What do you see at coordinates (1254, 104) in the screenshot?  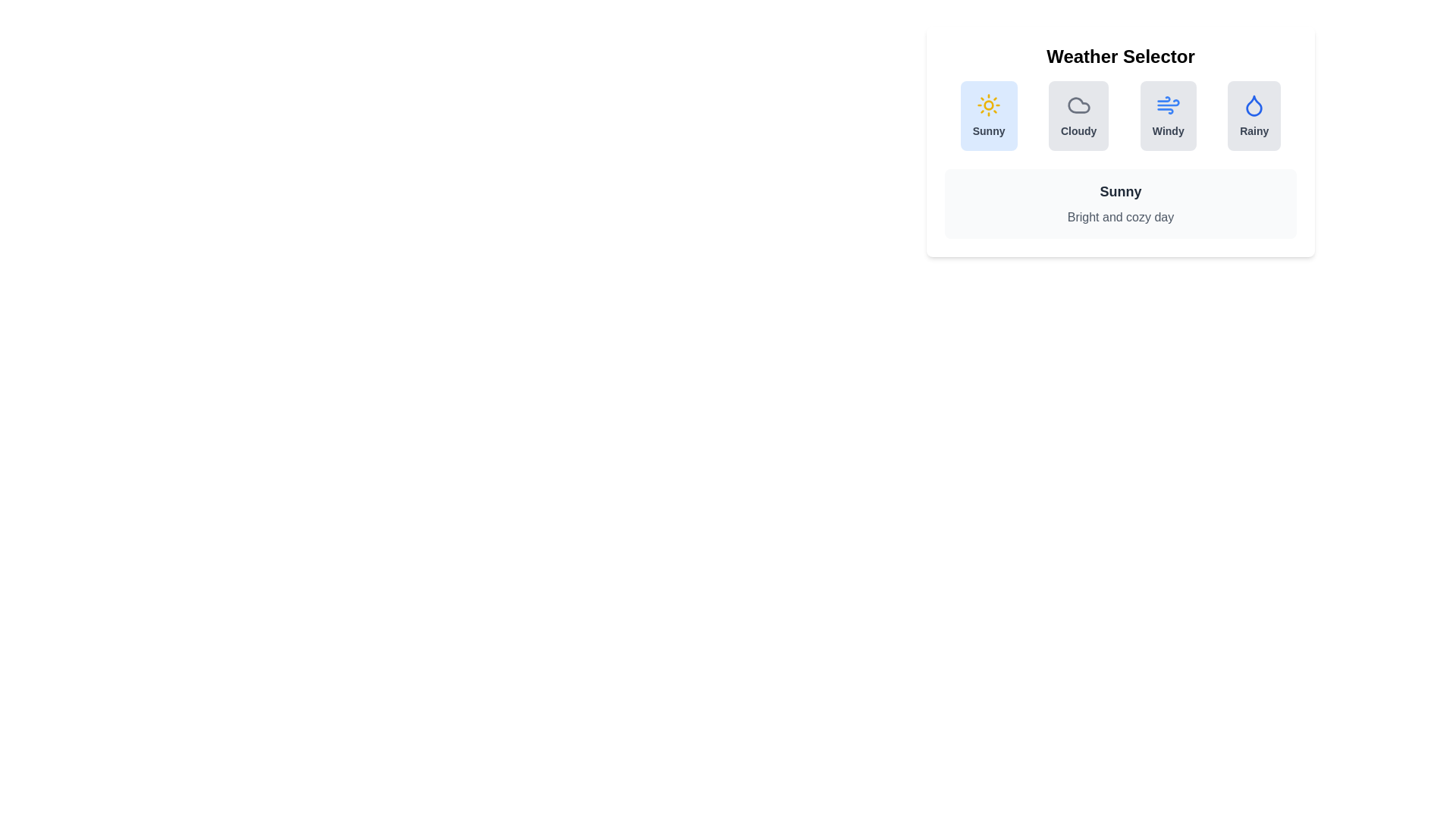 I see `the state of the droplet-shaped icon representing rain within the weather selection widget, specifically located in the fourth group labeled 'Rainy' in the horizontal row` at bounding box center [1254, 104].